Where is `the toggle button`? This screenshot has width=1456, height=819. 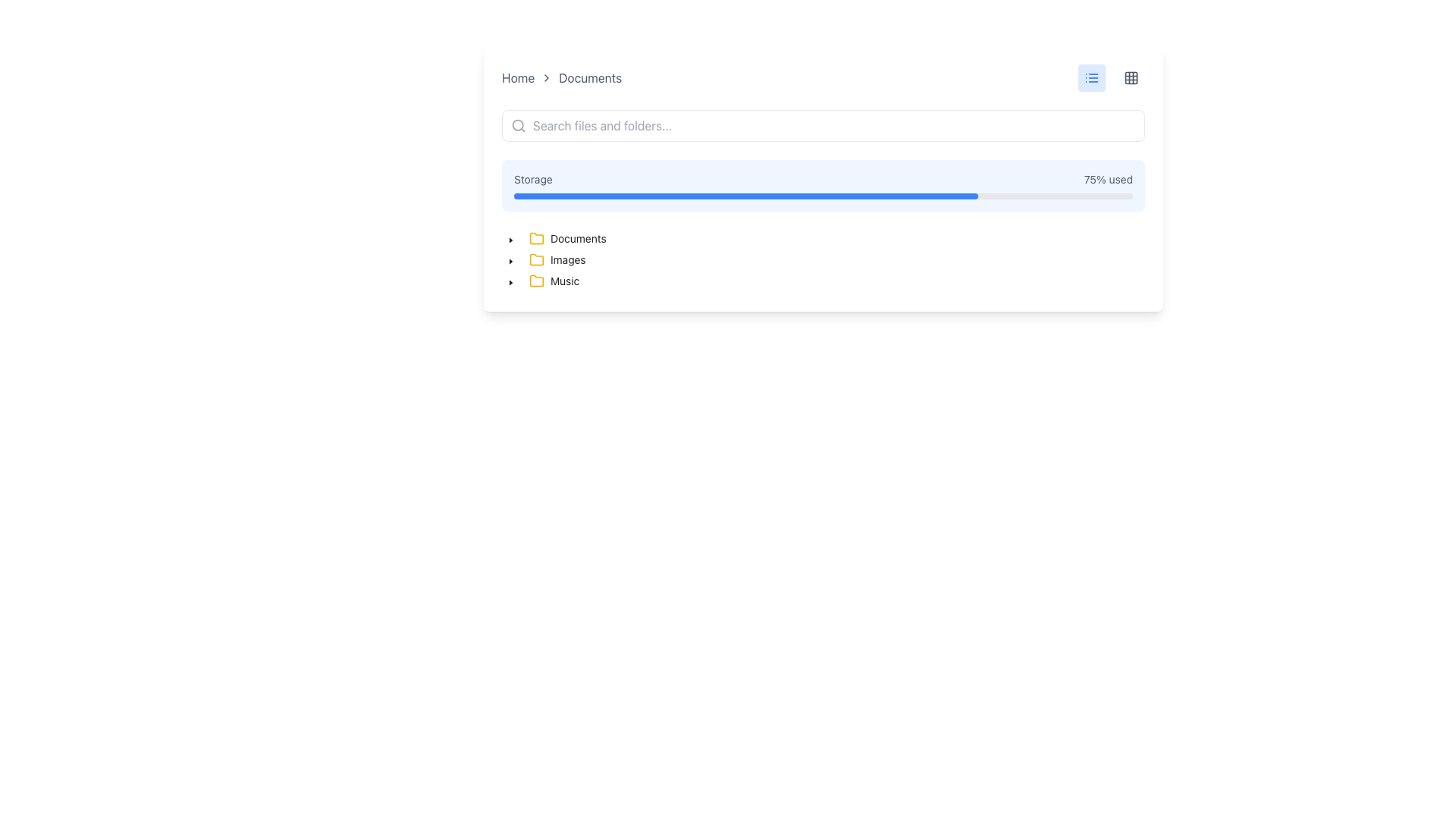
the toggle button is located at coordinates (1131, 78).